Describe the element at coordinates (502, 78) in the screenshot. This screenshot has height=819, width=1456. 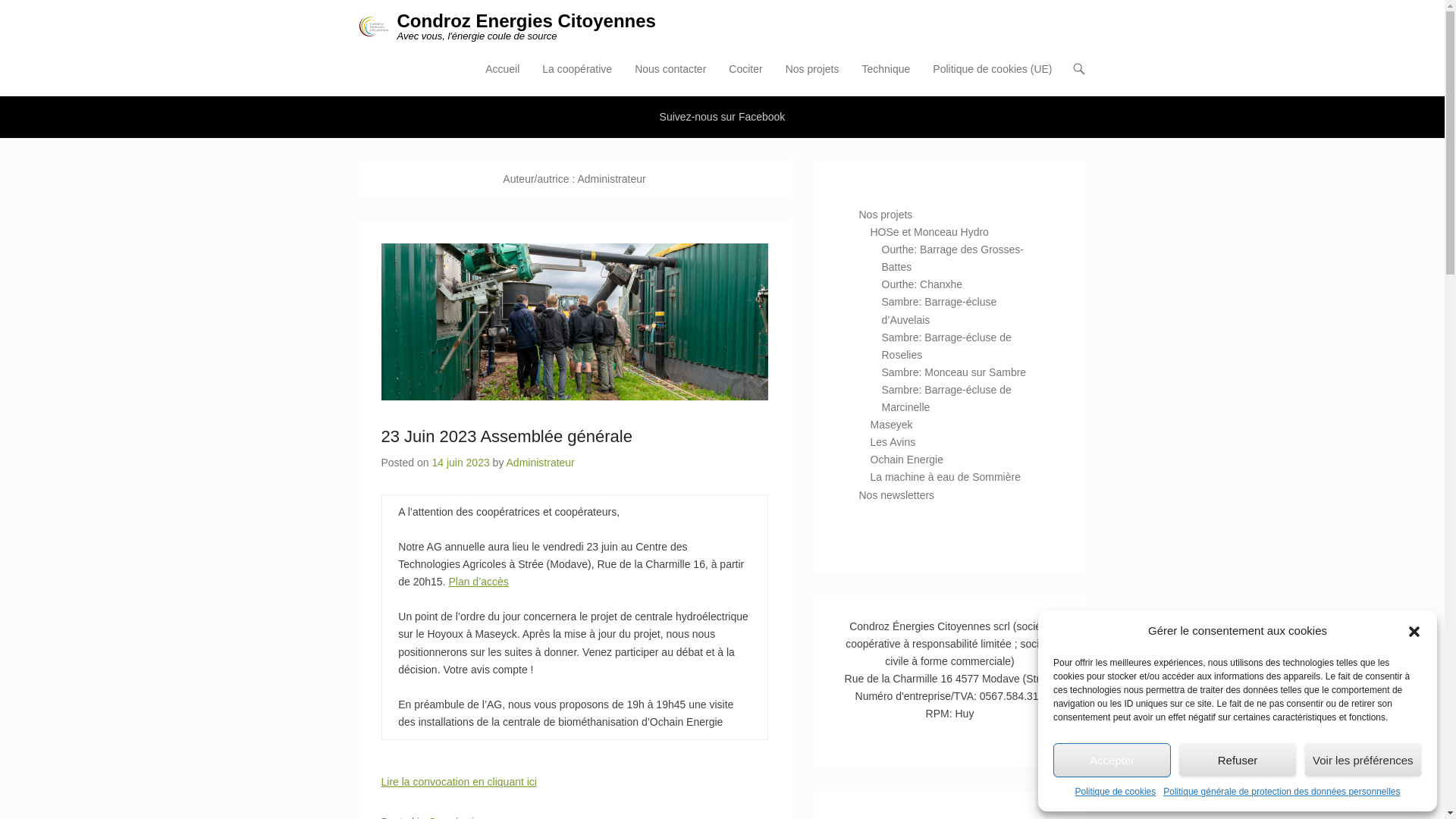
I see `'Accueil'` at that location.